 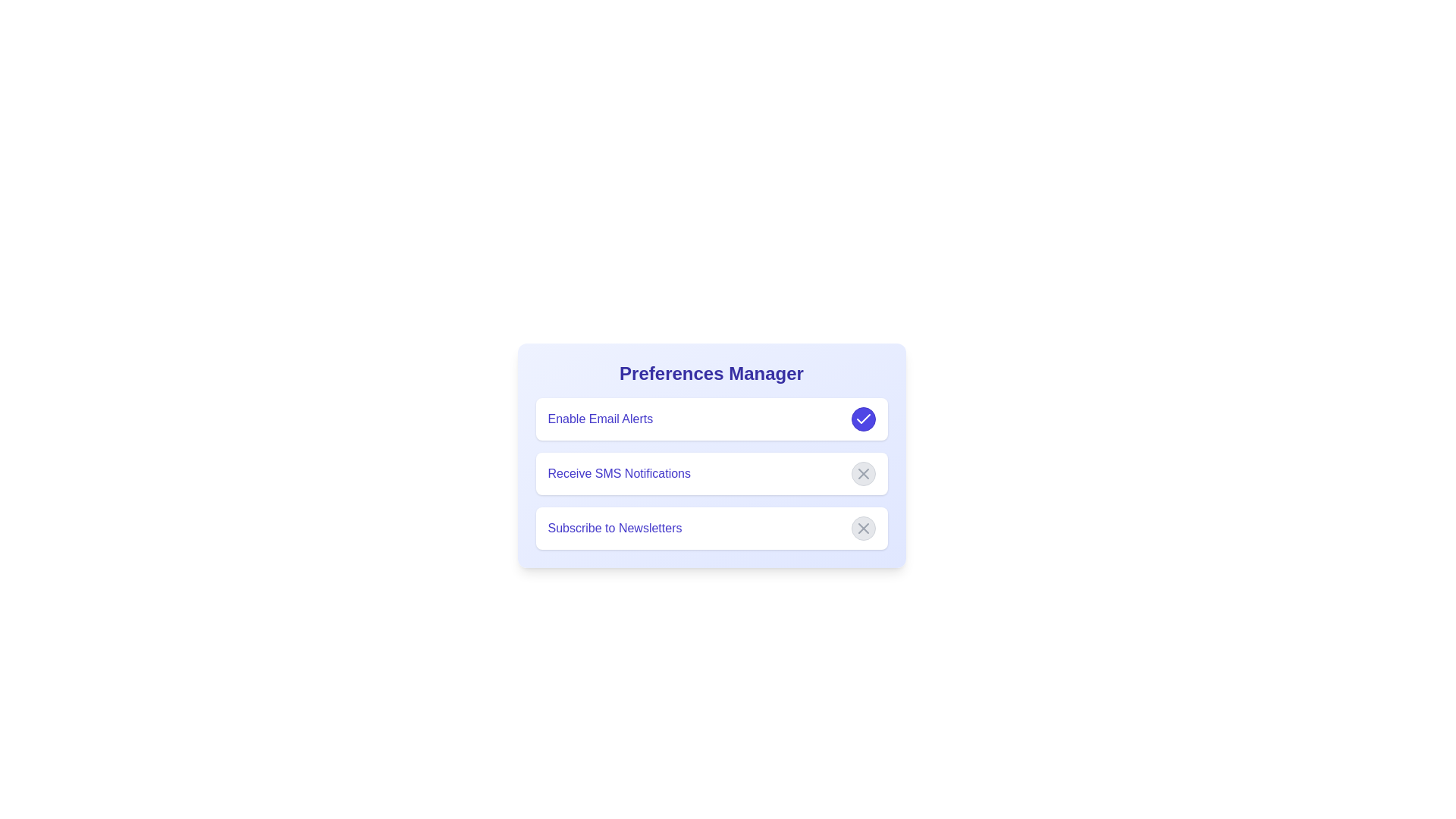 I want to click on the text label that describes email alerts, which is located to the left of a circular button with a checkmark in the preference management module, so click(x=599, y=419).